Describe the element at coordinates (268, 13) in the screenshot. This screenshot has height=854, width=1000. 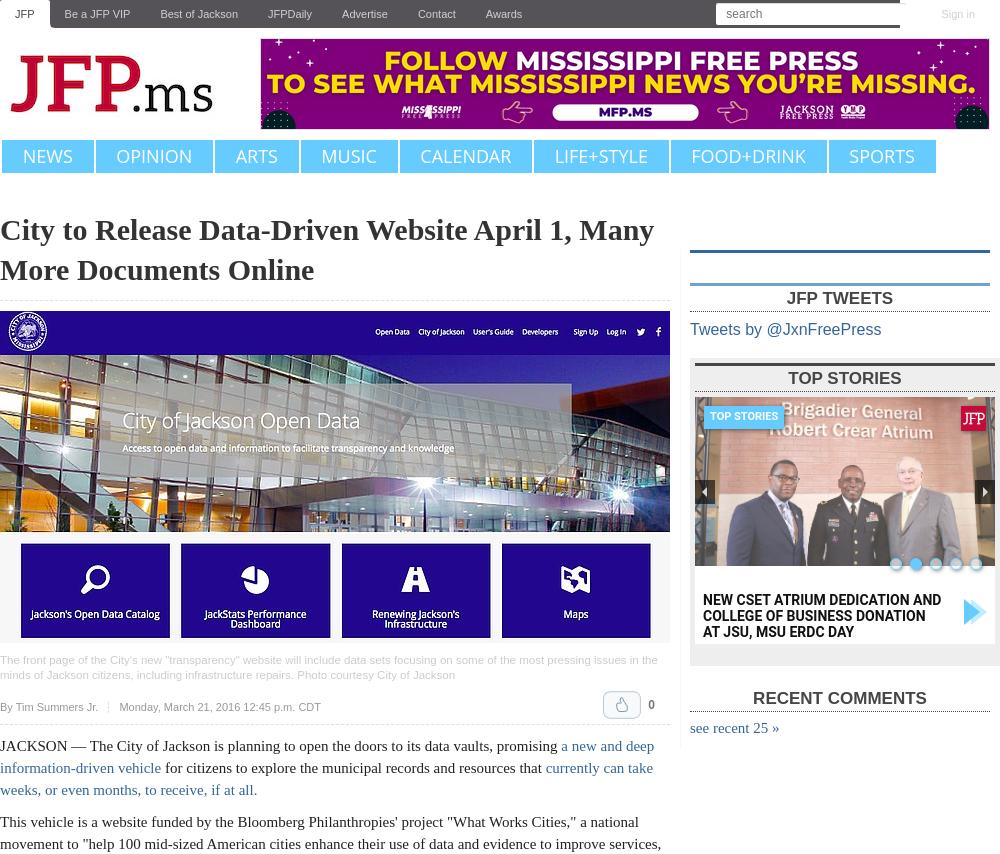
I see `'JFPDaily'` at that location.